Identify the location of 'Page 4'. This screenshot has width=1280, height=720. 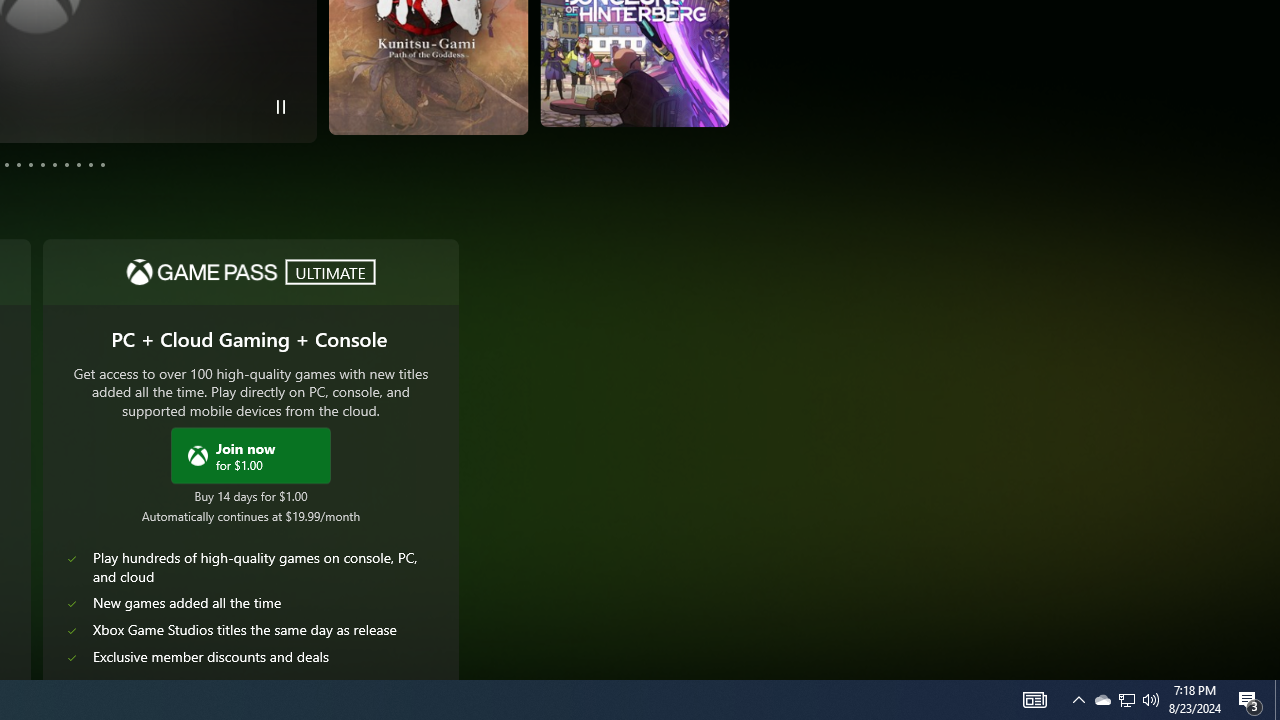
(7, 163).